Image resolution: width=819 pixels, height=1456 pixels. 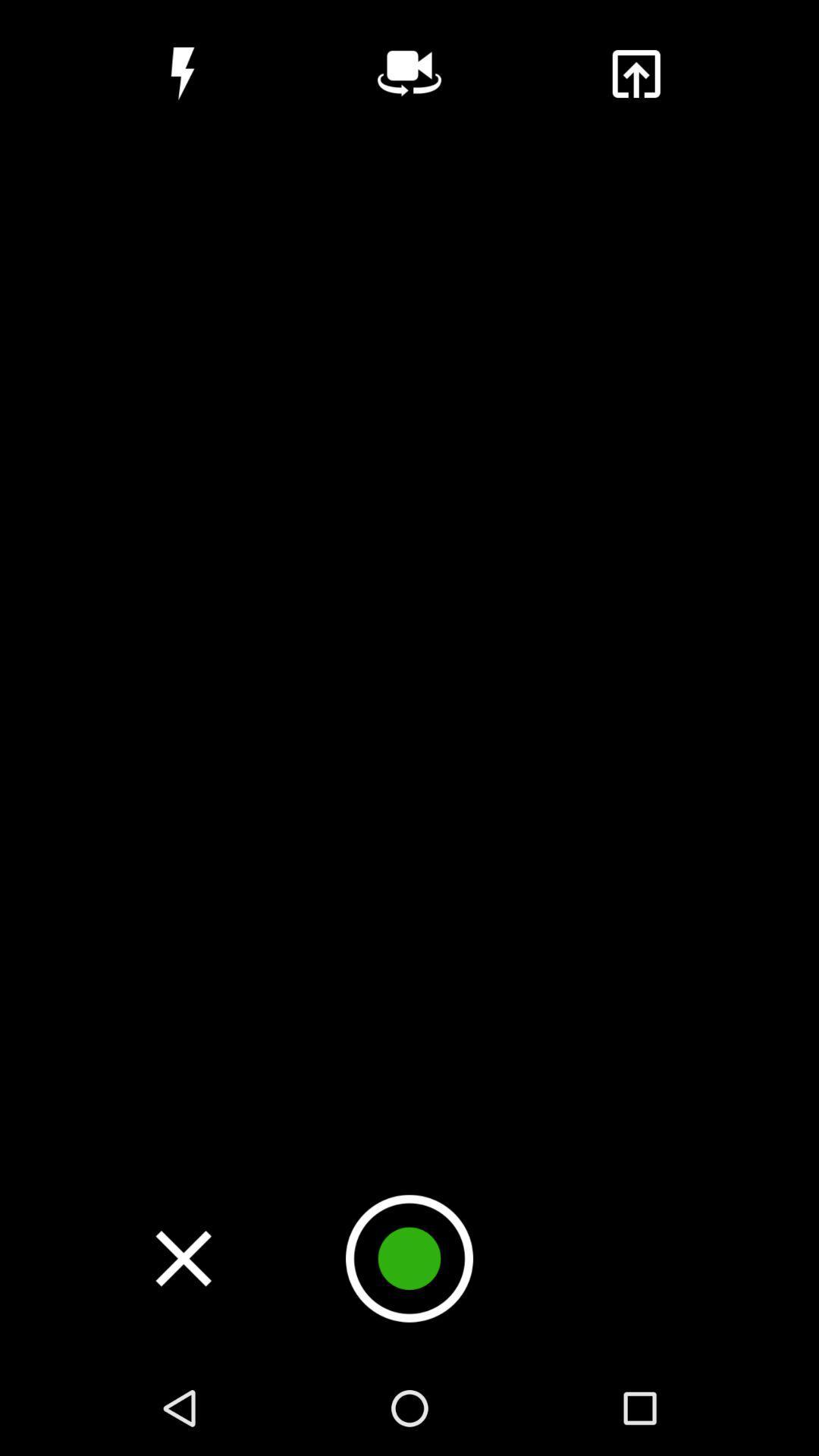 What do you see at coordinates (635, 73) in the screenshot?
I see `share` at bounding box center [635, 73].